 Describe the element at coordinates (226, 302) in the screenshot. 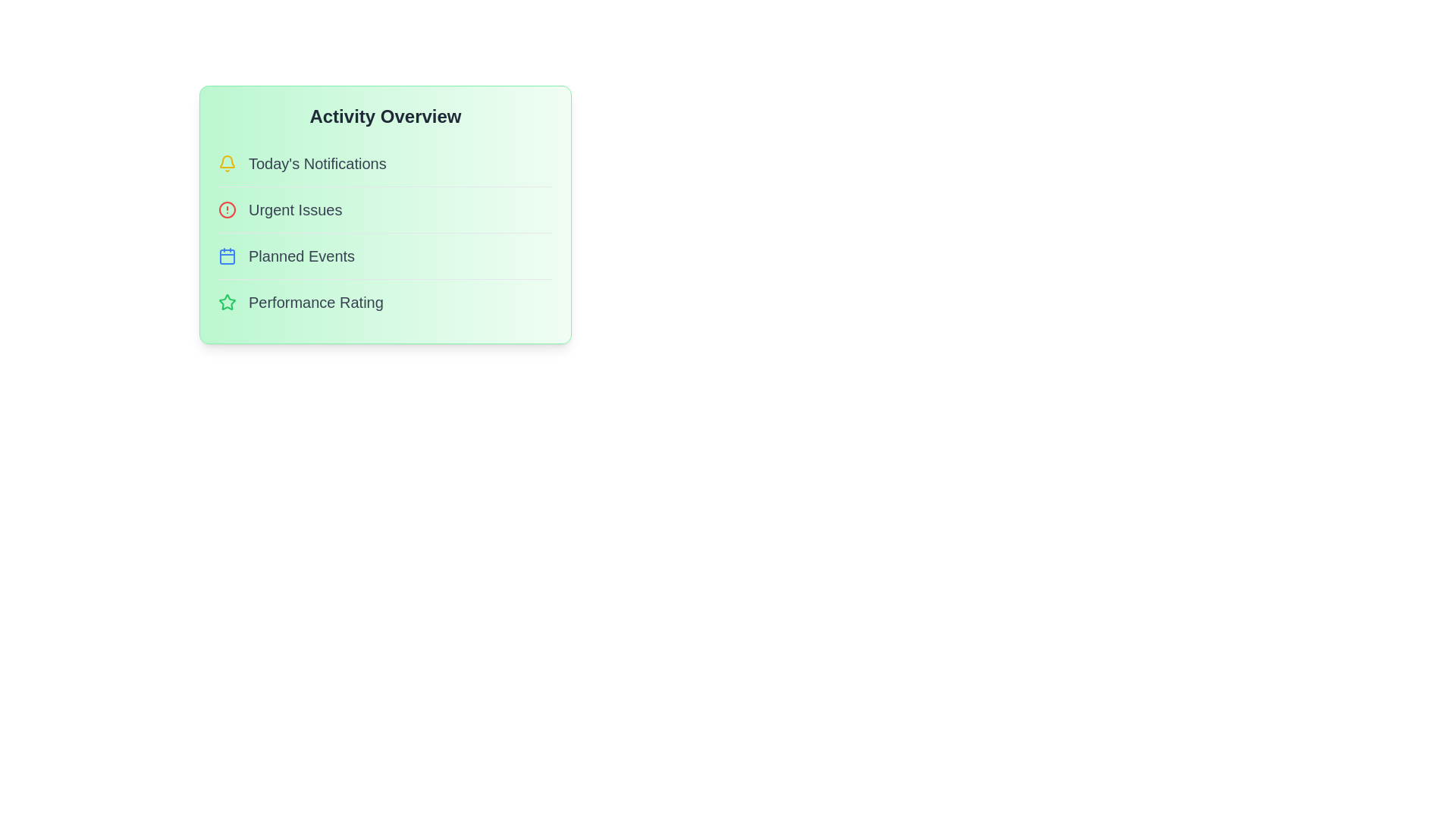

I see `the performance rating indicator icon located to the left of the 'Performance Rating' text in the fourth row of the vertical list within the green 'Activity Overview' panel` at that location.